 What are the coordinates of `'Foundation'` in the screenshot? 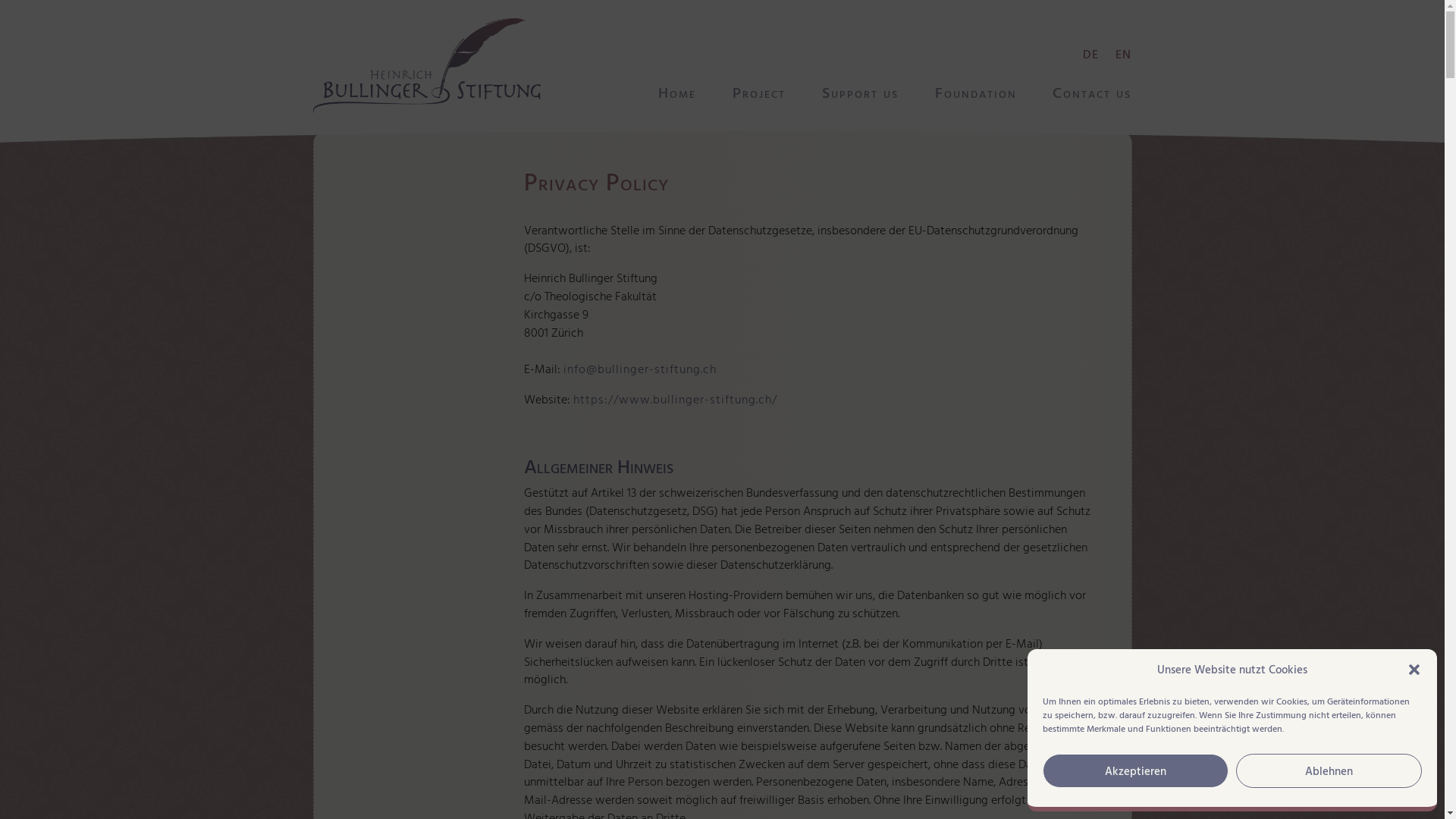 It's located at (975, 94).